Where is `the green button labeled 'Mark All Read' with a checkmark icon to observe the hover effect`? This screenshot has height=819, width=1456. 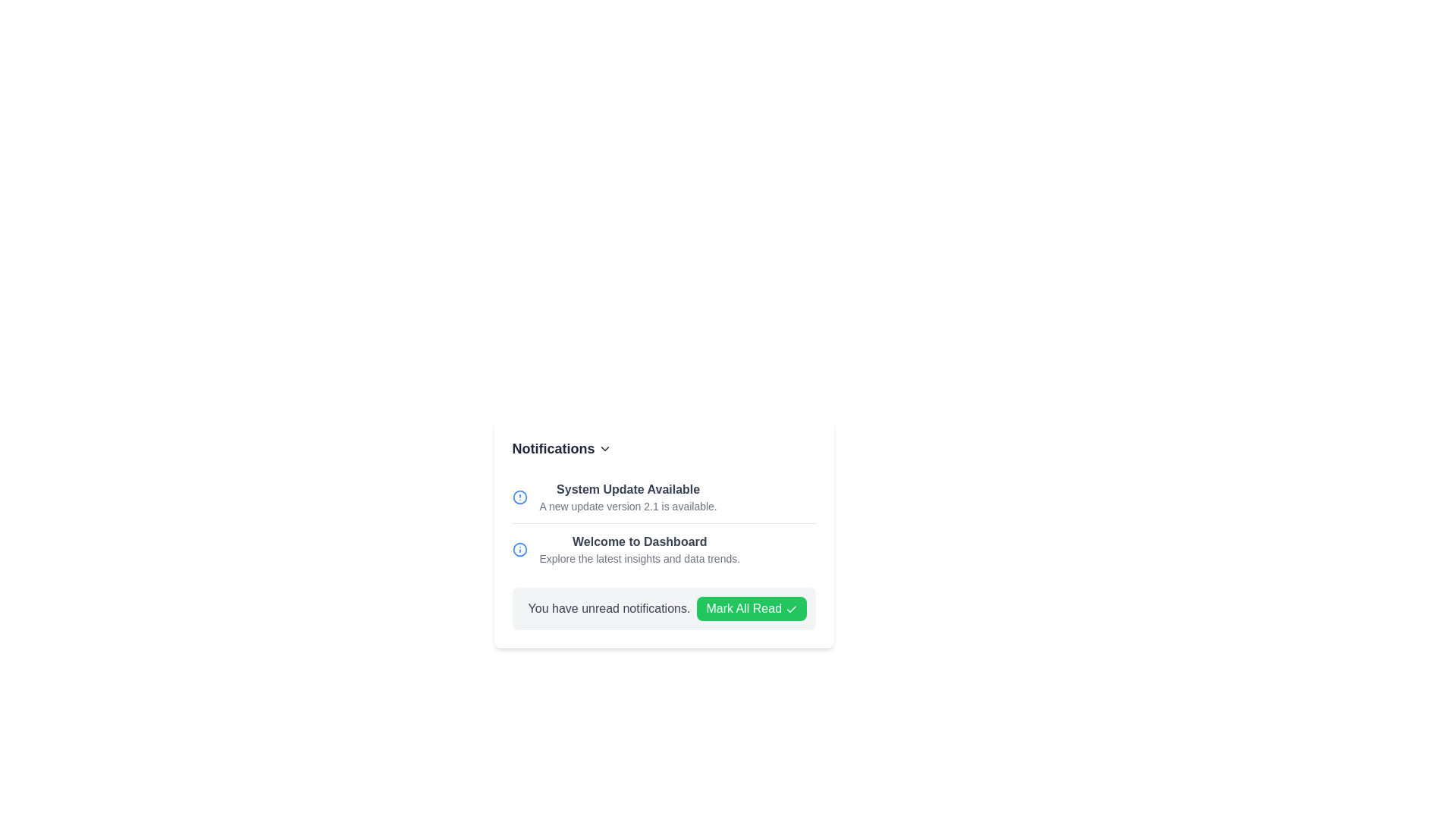 the green button labeled 'Mark All Read' with a checkmark icon to observe the hover effect is located at coordinates (752, 607).